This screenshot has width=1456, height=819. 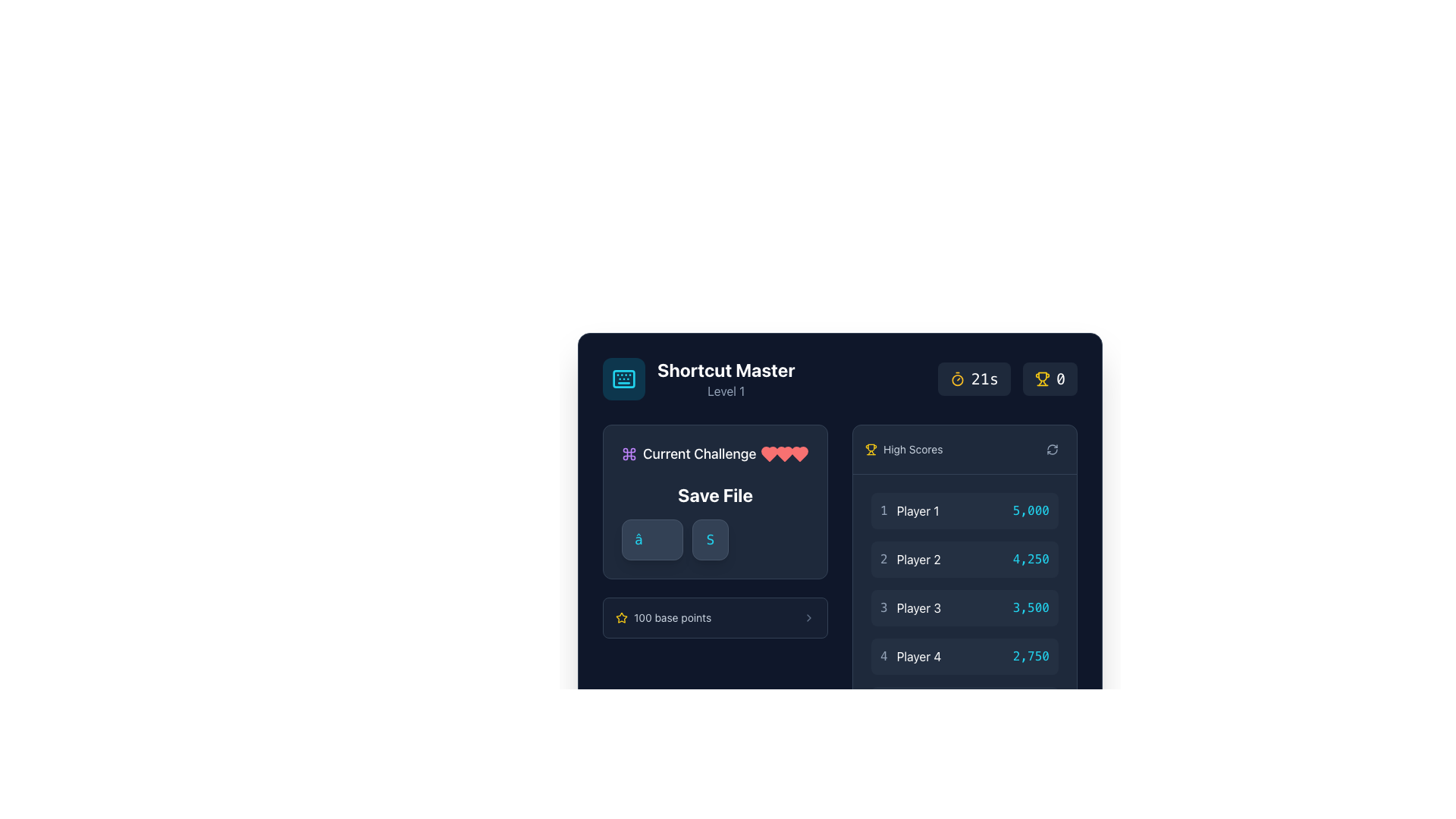 I want to click on the '4 Player 4' text label, which is the fourth entry in the 'High Scores' list, to associate it with the neighboring score of '2,750', so click(x=910, y=656).